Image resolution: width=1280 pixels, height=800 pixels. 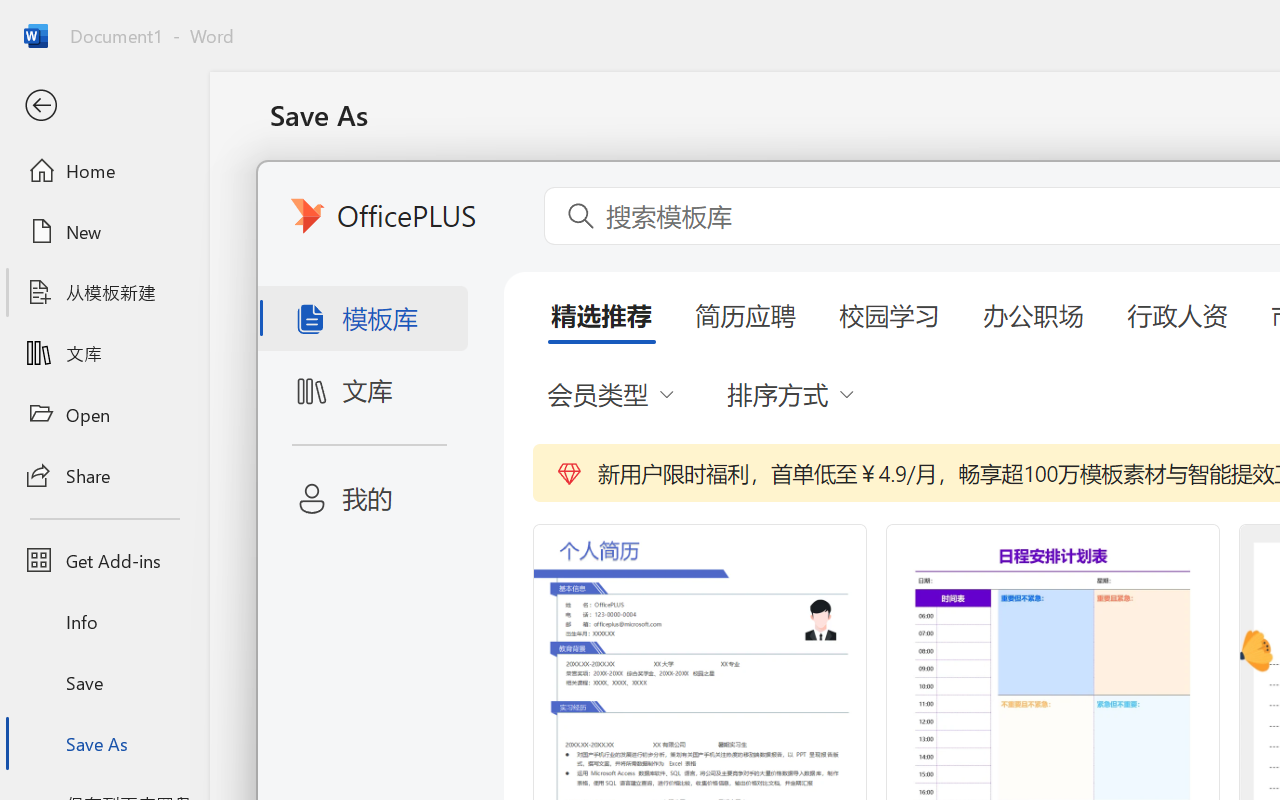 I want to click on 'New', so click(x=103, y=231).